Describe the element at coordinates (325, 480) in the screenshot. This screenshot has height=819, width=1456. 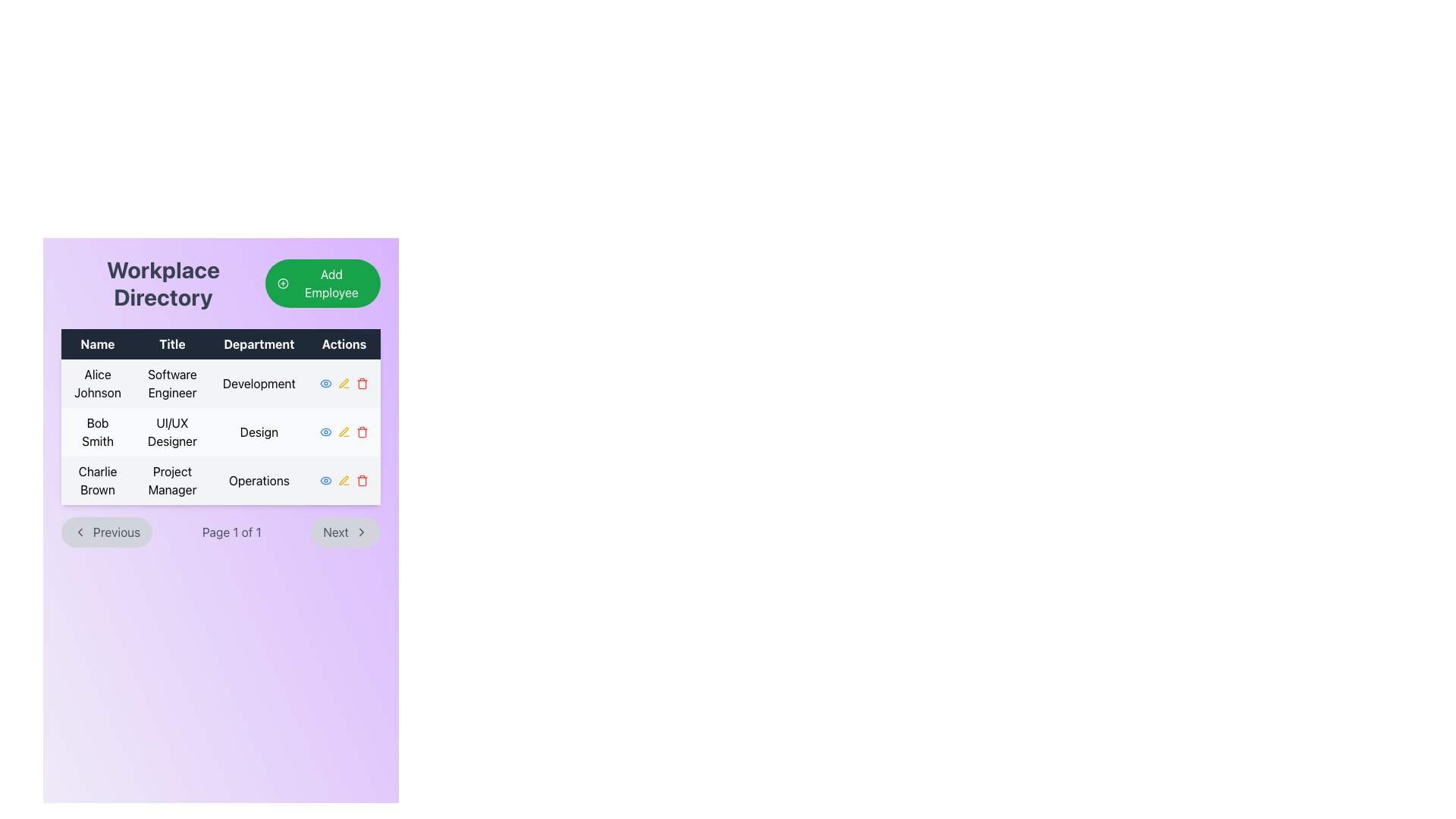
I see `the blue eye-shaped icon in the 'Actions' column of the second row of the table` at that location.